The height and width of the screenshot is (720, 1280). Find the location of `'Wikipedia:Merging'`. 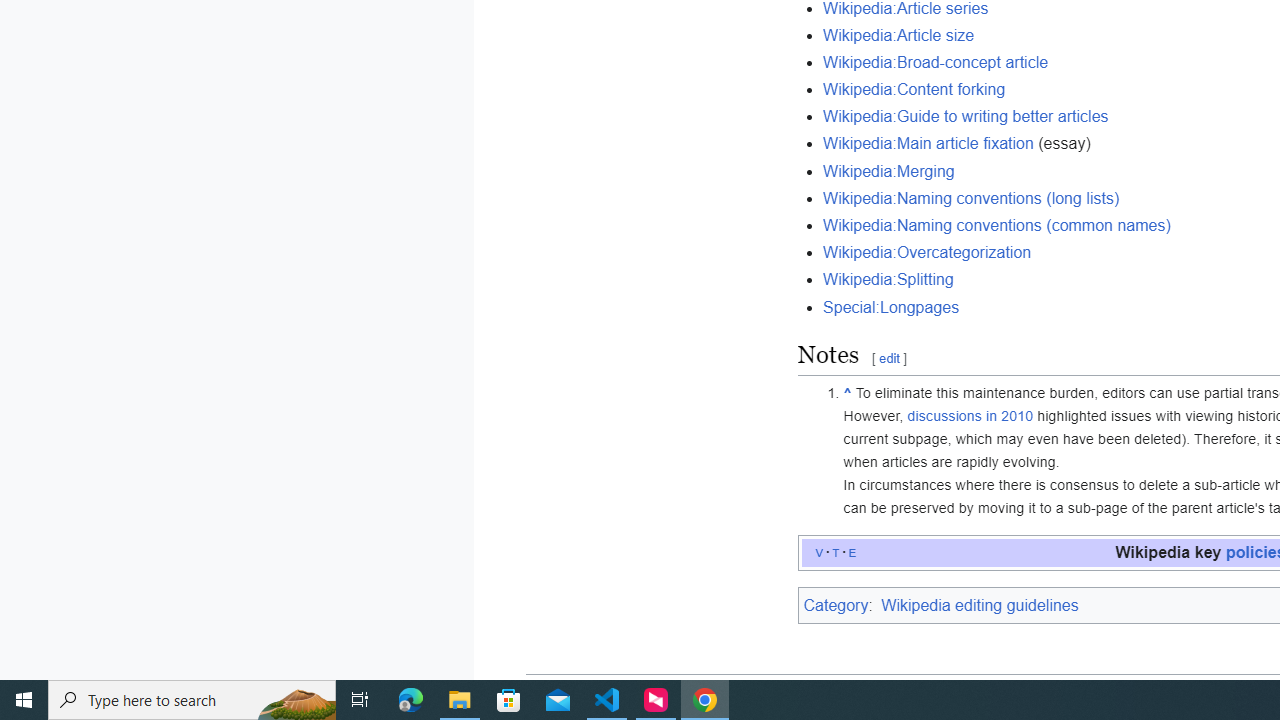

'Wikipedia:Merging' is located at coordinates (887, 170).